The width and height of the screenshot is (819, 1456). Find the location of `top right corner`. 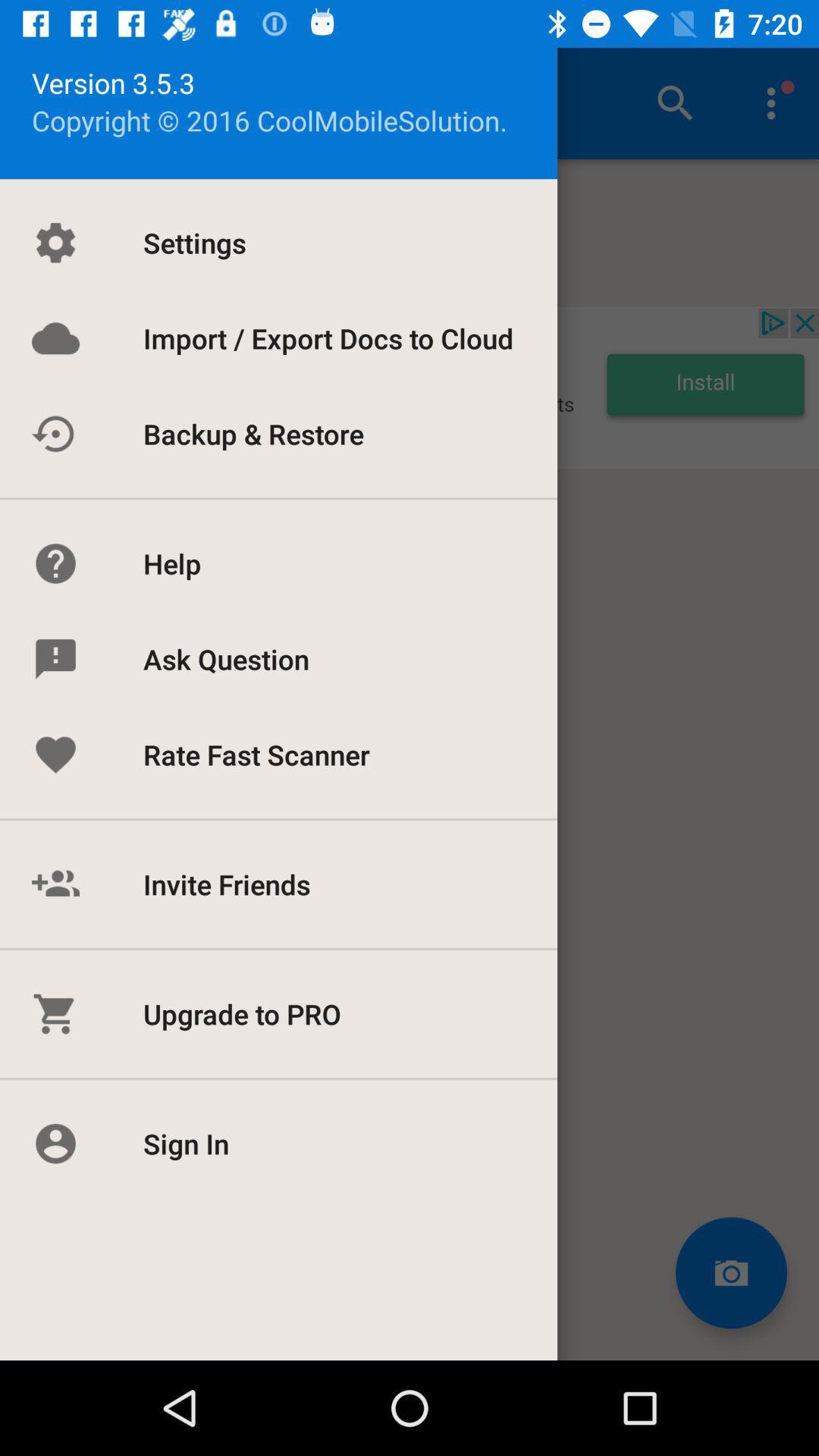

top right corner is located at coordinates (771, 103).